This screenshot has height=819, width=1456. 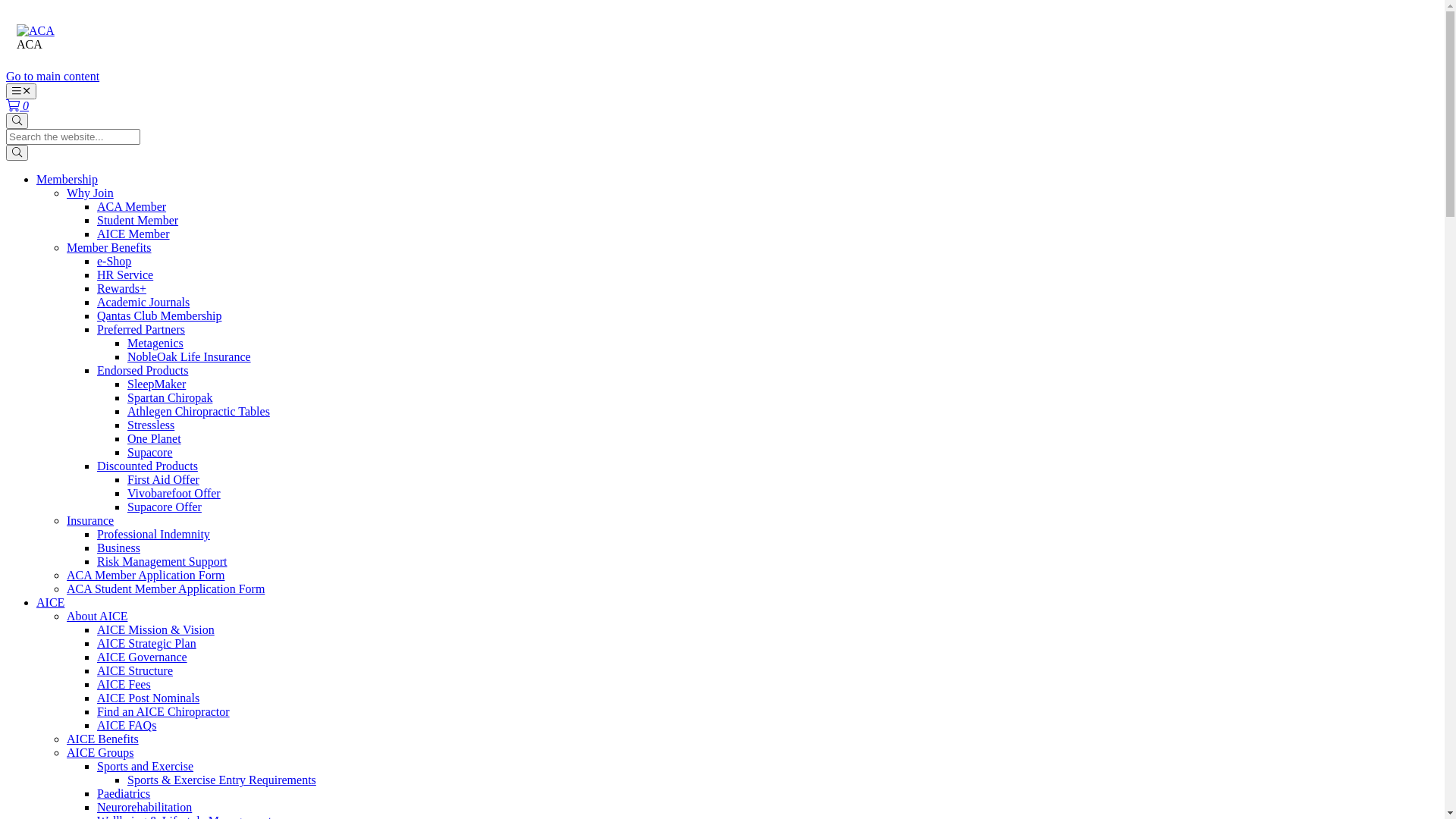 What do you see at coordinates (17, 152) in the screenshot?
I see `'Search'` at bounding box center [17, 152].